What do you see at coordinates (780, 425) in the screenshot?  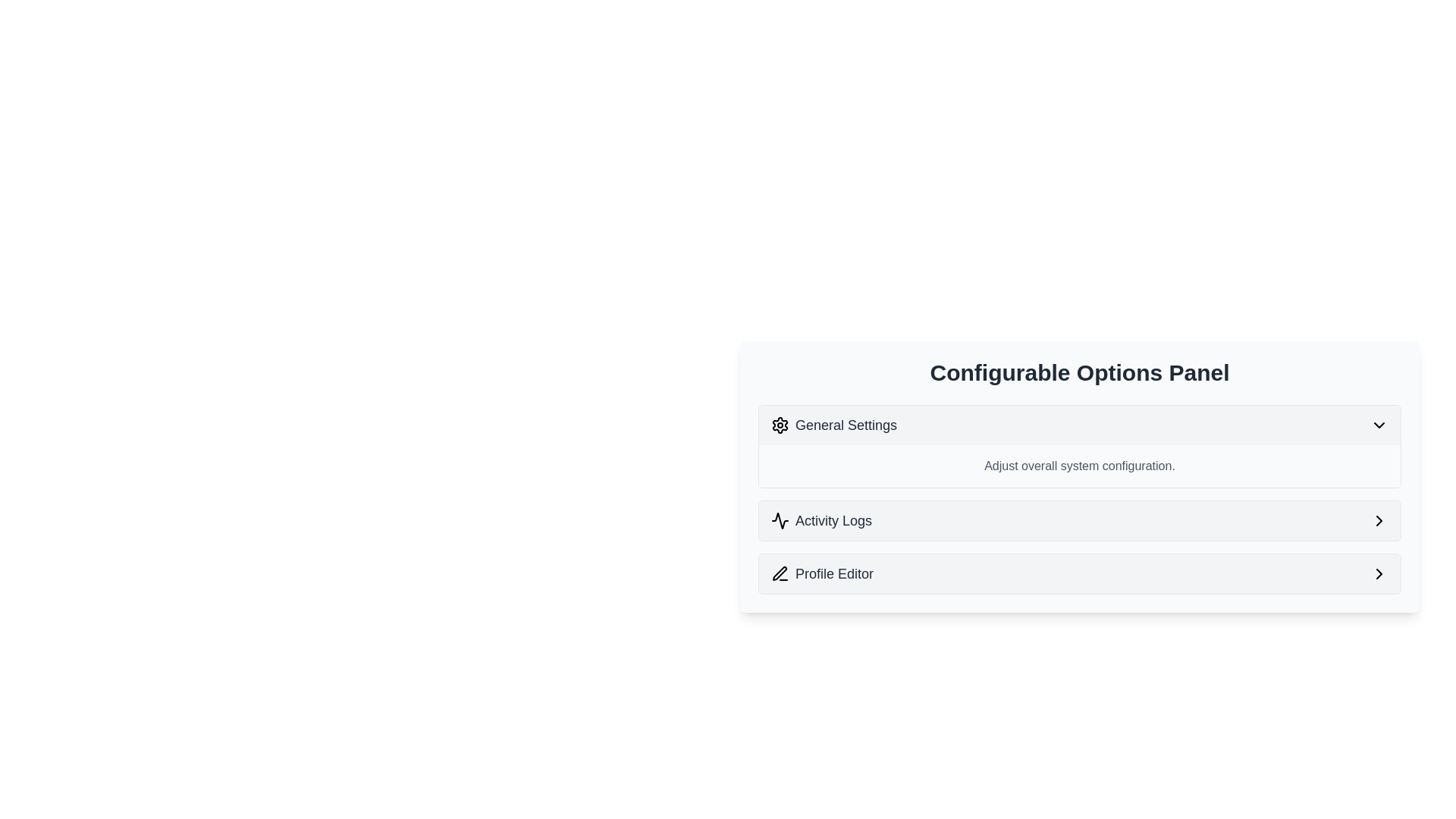 I see `the settings icon located in the Configurable Options Panel next to the text 'General Settings'` at bounding box center [780, 425].